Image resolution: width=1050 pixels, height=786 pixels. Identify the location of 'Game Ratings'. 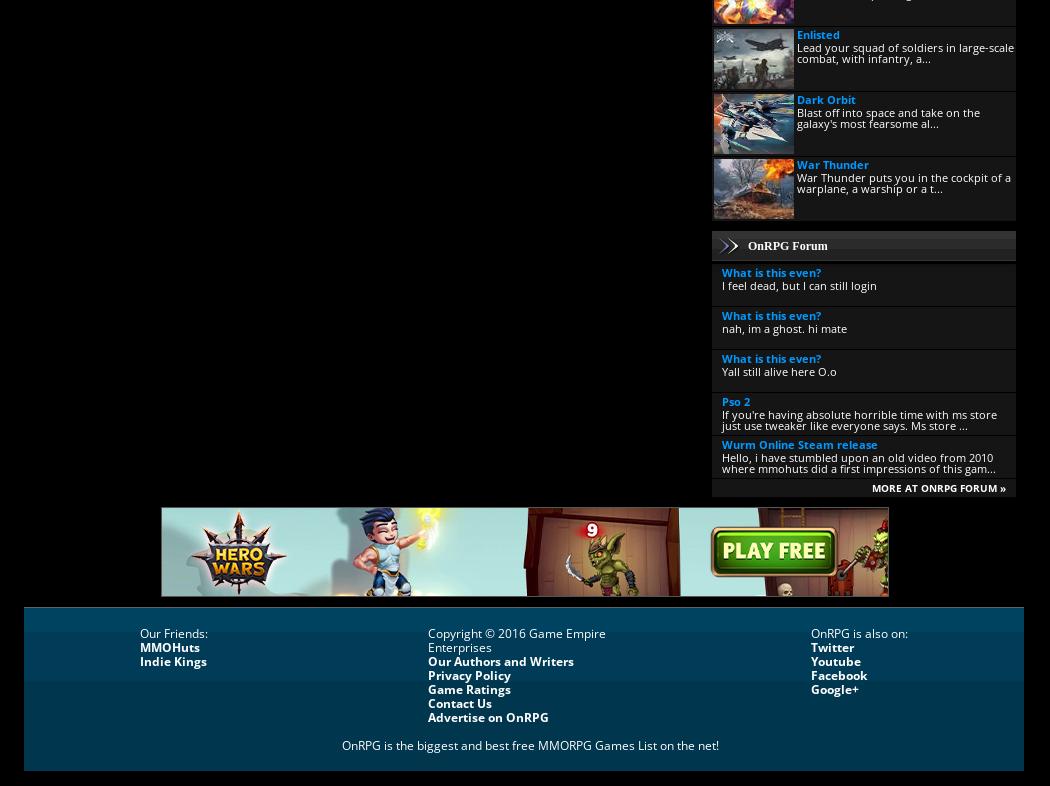
(469, 689).